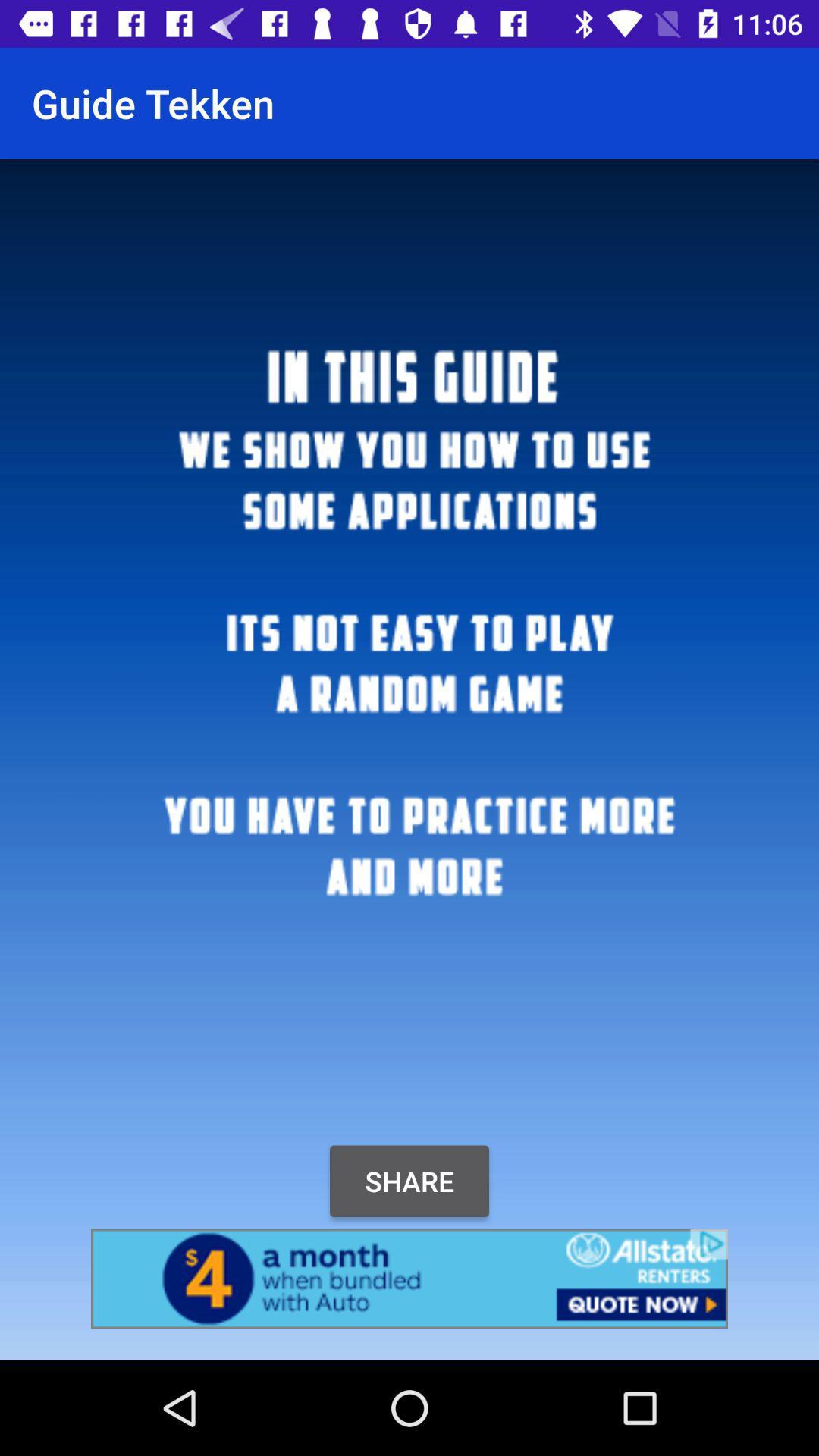 The image size is (819, 1456). Describe the element at coordinates (409, 1278) in the screenshot. I see `open advertisement` at that location.